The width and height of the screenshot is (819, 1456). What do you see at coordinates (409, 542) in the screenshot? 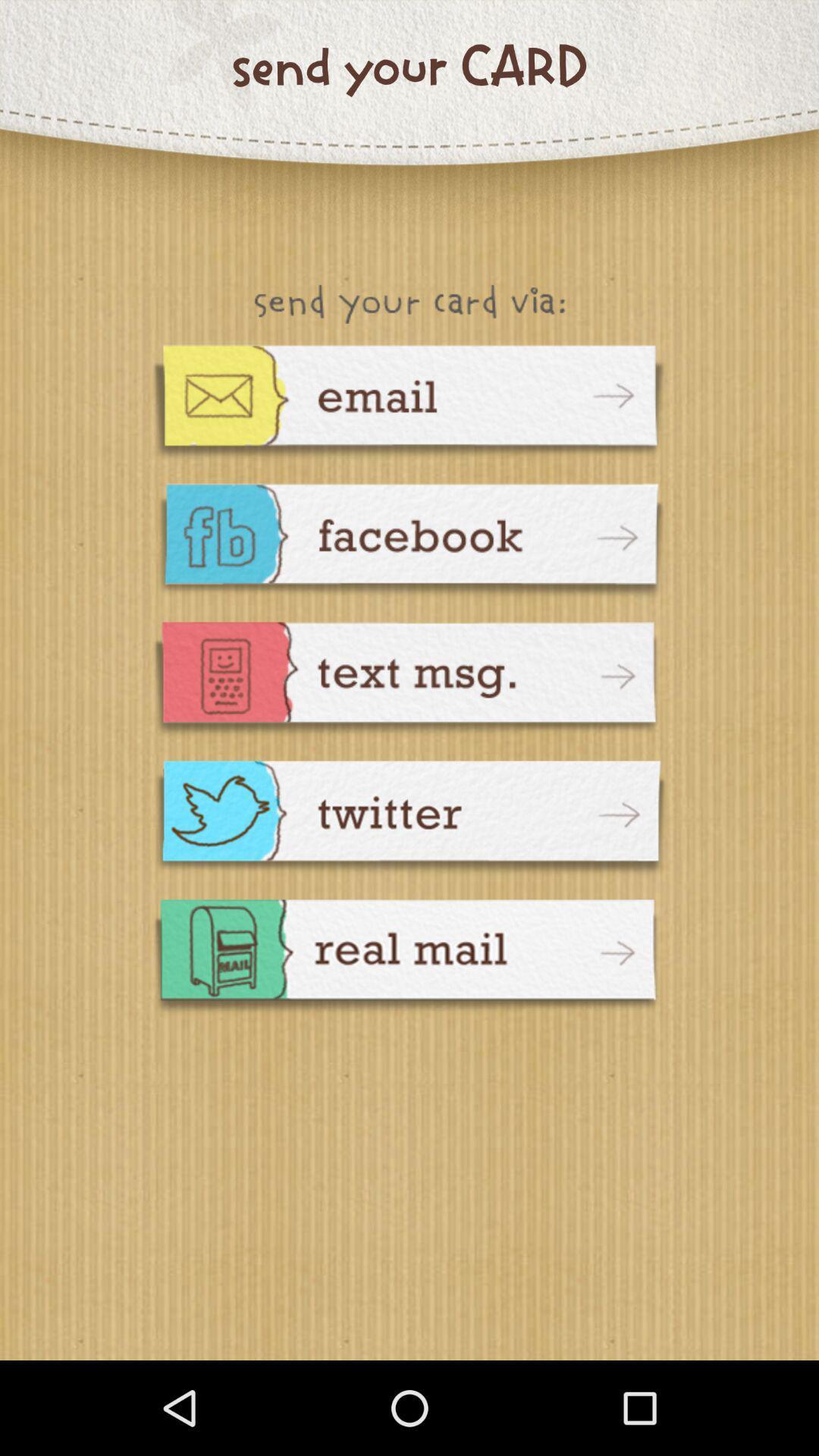
I see `goto facebook` at bounding box center [409, 542].